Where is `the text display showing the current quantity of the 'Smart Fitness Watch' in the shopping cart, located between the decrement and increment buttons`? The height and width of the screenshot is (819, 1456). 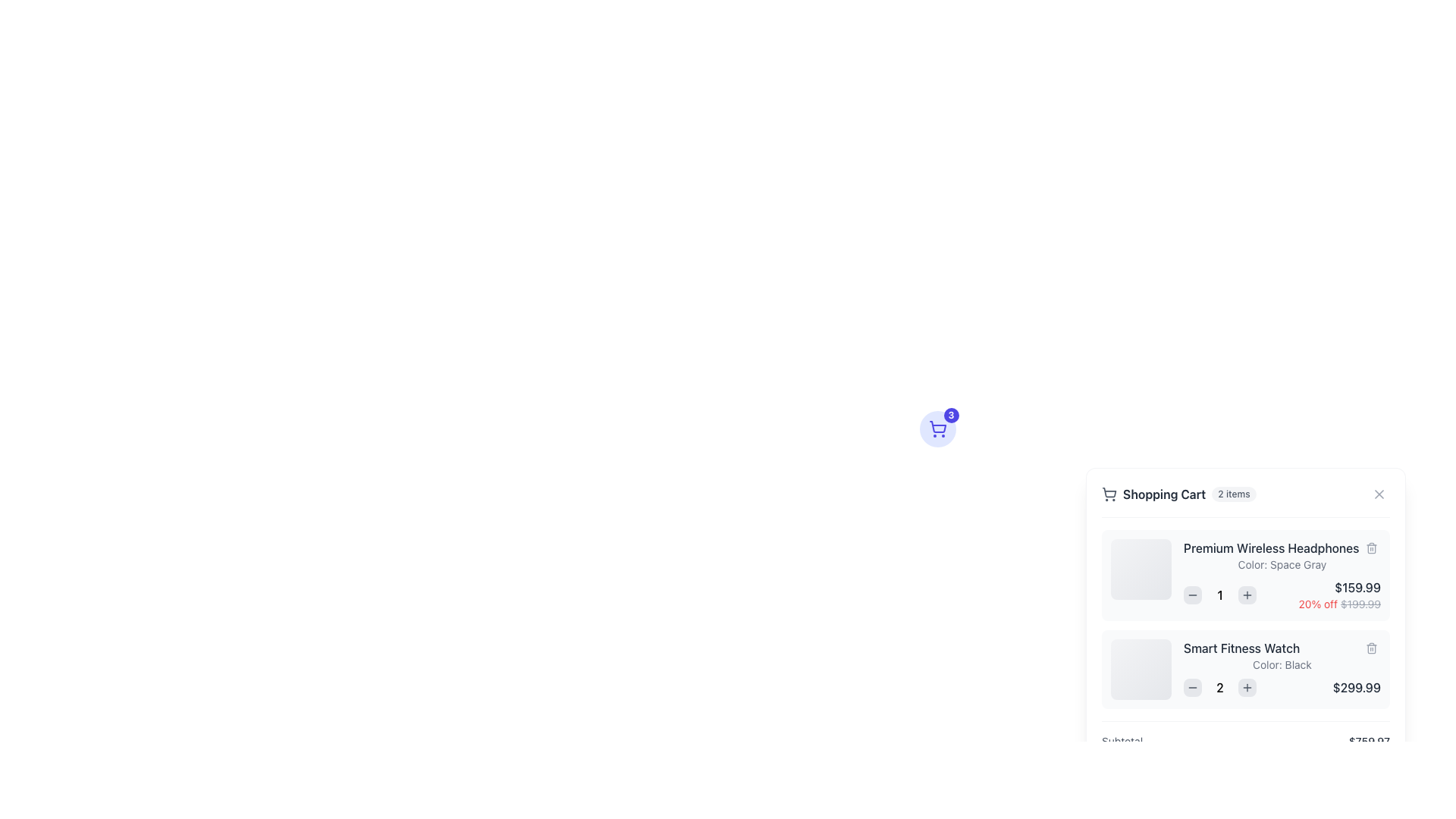
the text display showing the current quantity of the 'Smart Fitness Watch' in the shopping cart, located between the decrement and increment buttons is located at coordinates (1219, 687).